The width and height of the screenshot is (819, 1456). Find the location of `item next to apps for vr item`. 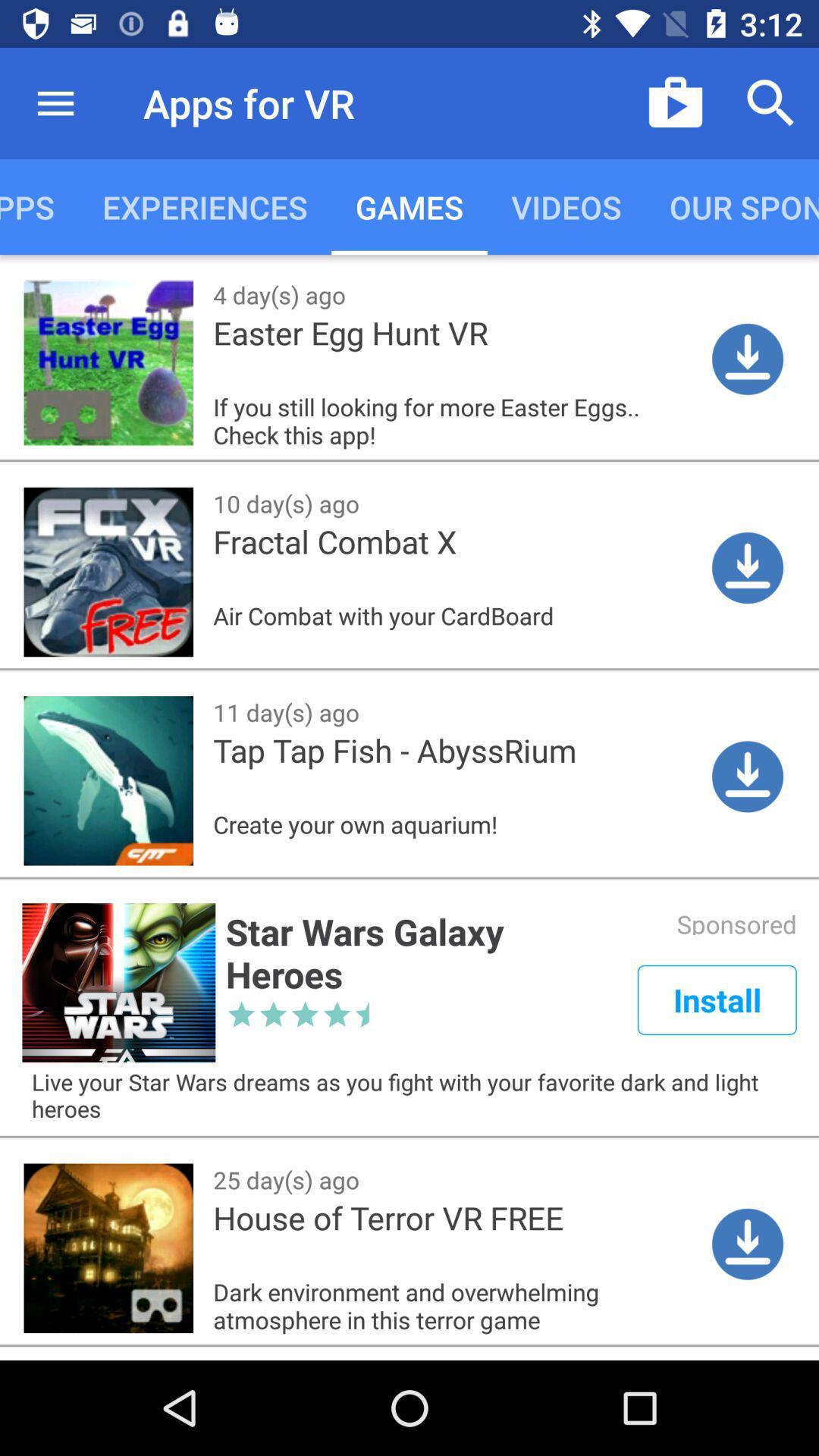

item next to apps for vr item is located at coordinates (55, 102).